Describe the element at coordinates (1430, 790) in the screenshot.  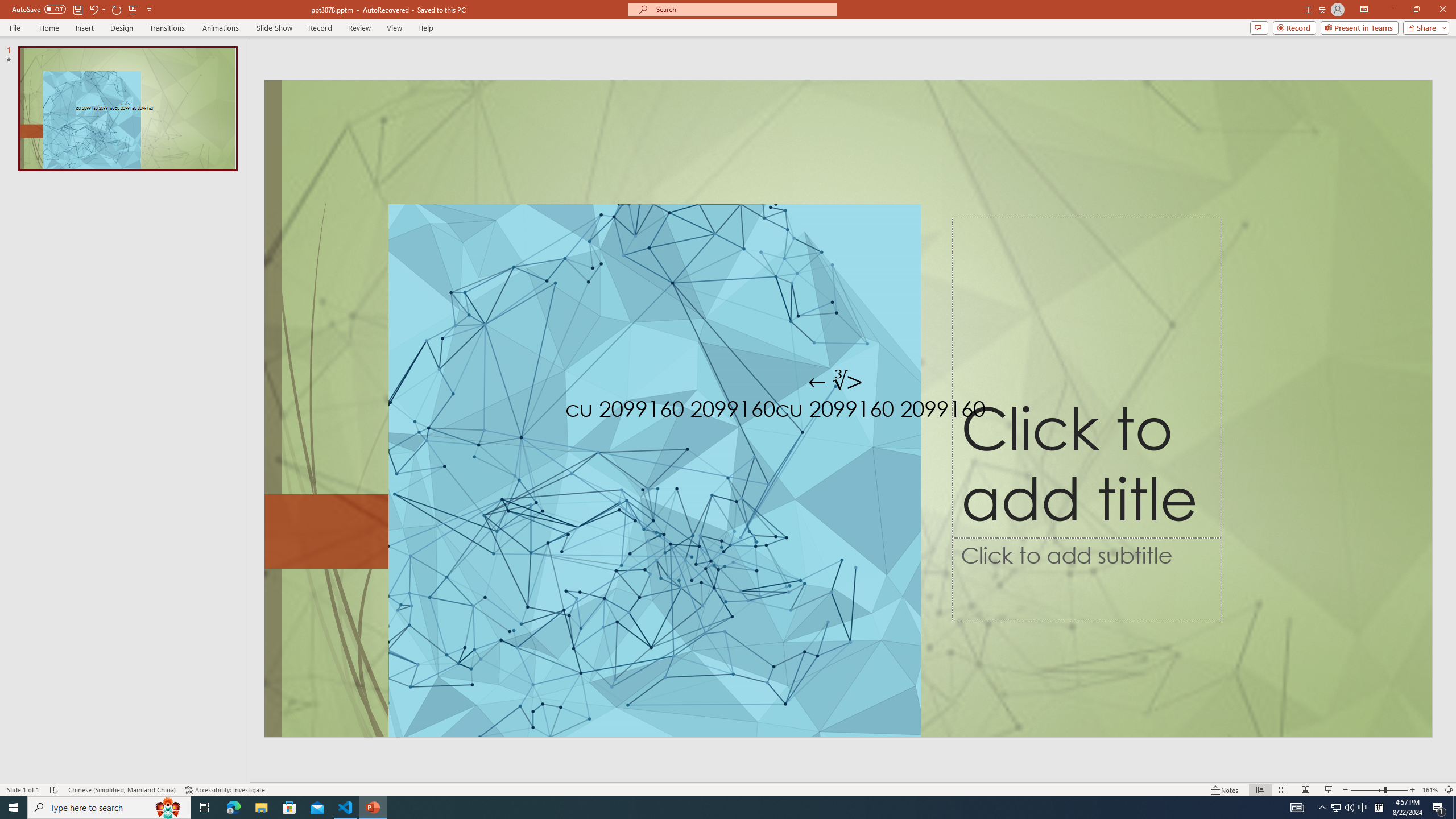
I see `'Zoom 161%'` at that location.